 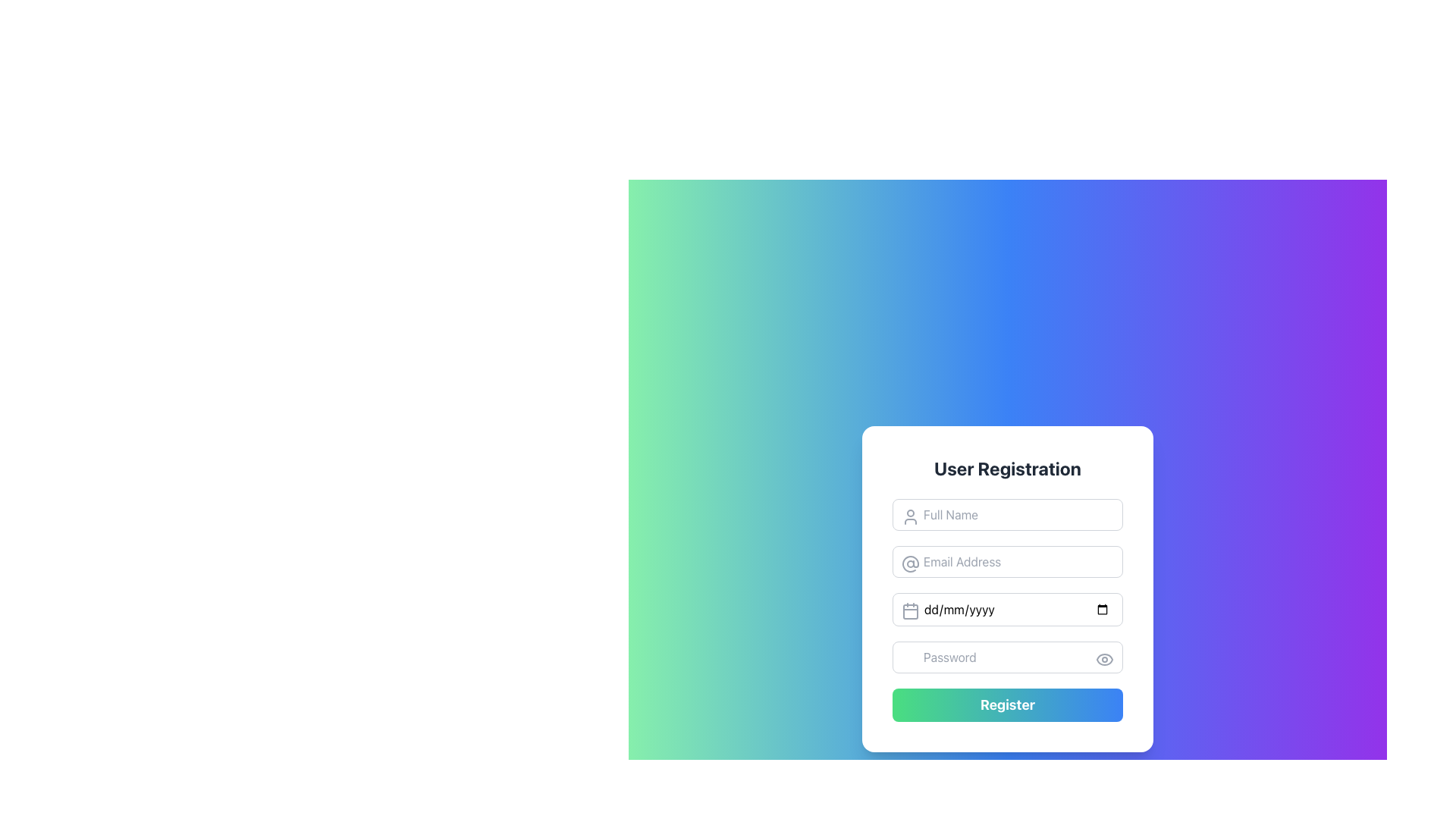 I want to click on the email address input field icon located to the left of the email input field in the form, so click(x=910, y=564).